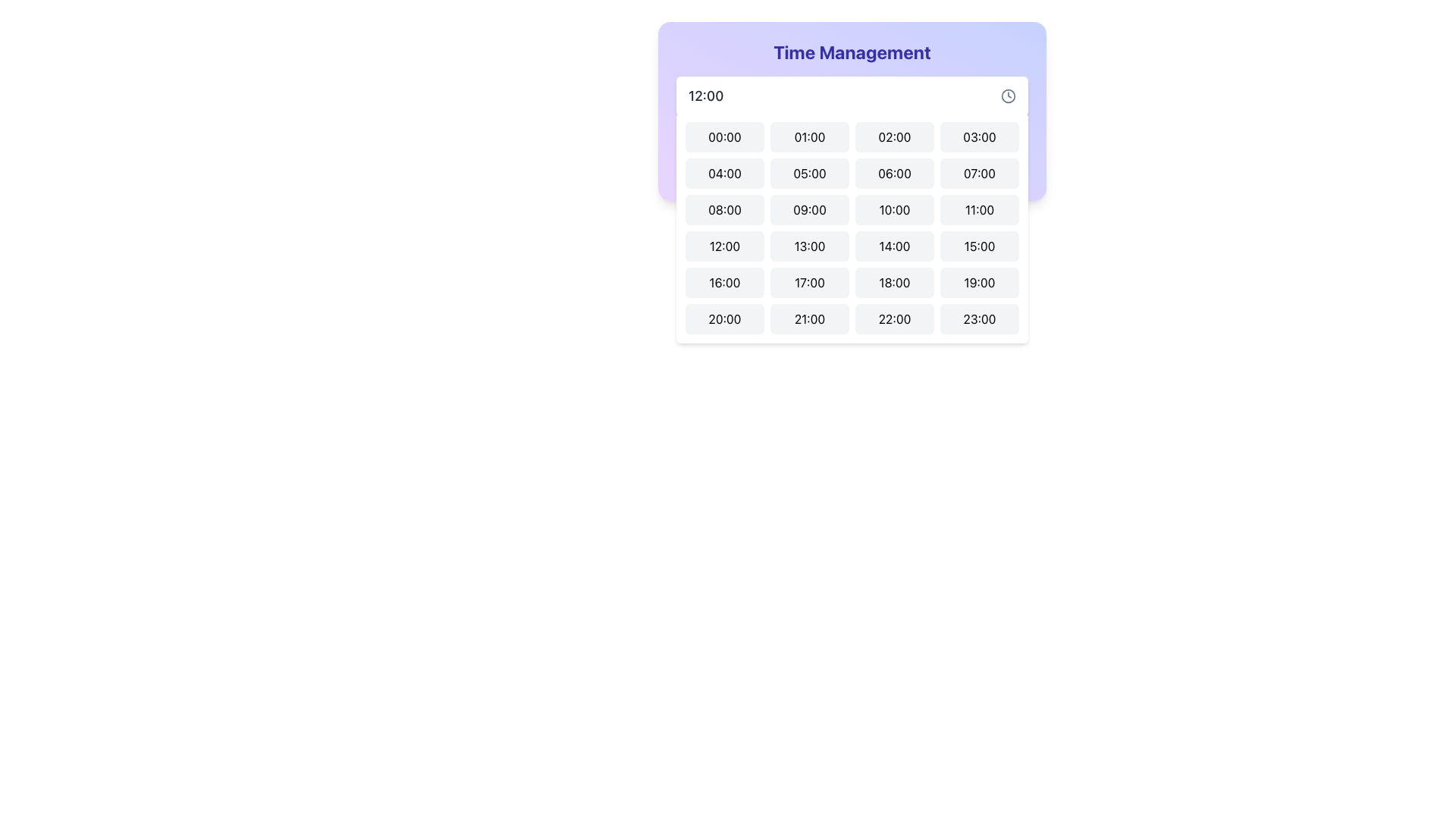 The width and height of the screenshot is (1456, 819). What do you see at coordinates (895, 172) in the screenshot?
I see `the '06:00' time option button located in the second row and third column of the 'Time Management' drop-down panel` at bounding box center [895, 172].